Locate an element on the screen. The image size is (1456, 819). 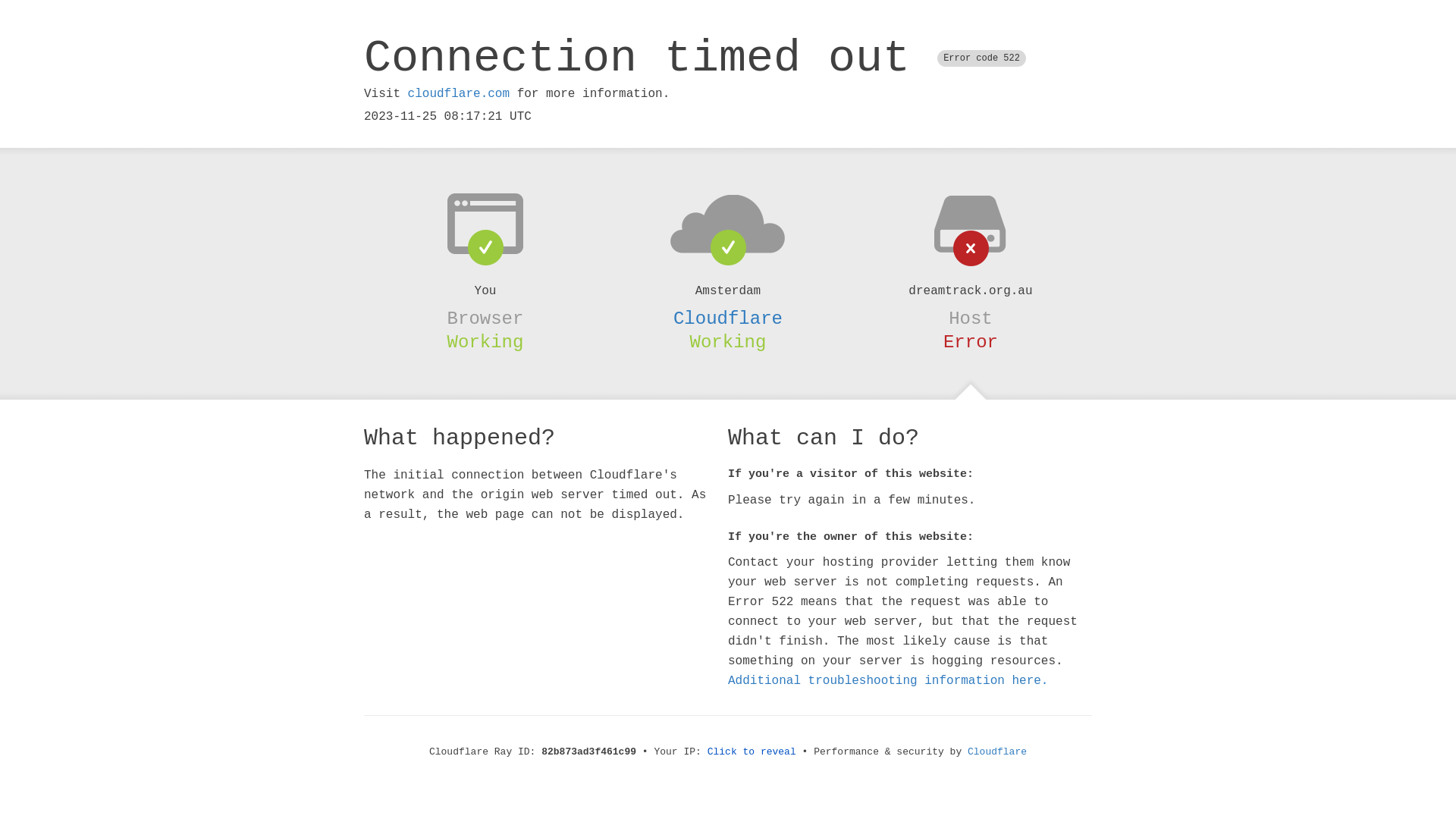
'cloudflare.com' is located at coordinates (457, 93).